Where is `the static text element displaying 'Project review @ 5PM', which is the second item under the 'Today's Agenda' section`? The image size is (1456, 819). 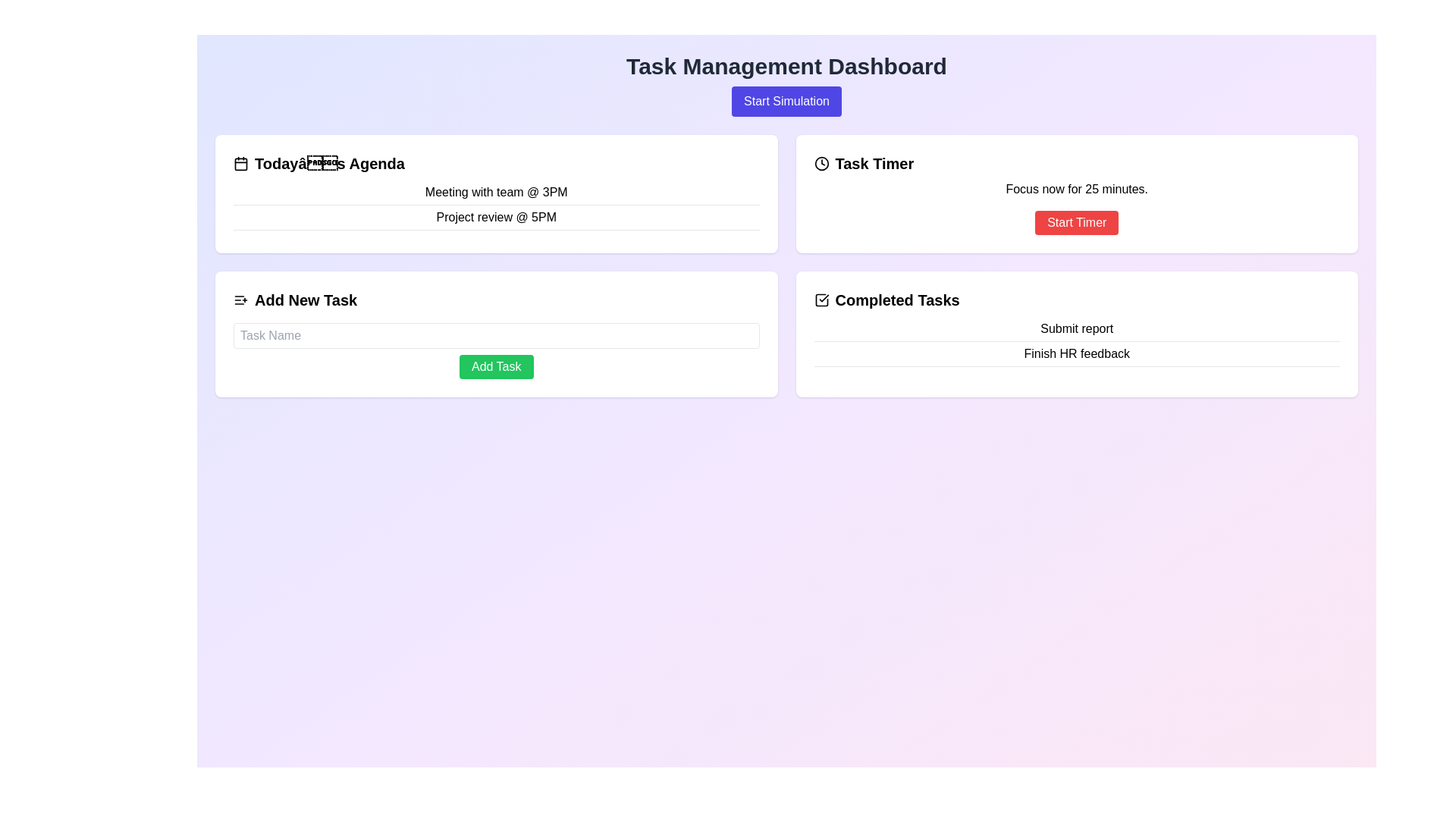
the static text element displaying 'Project review @ 5PM', which is the second item under the 'Today's Agenda' section is located at coordinates (496, 218).